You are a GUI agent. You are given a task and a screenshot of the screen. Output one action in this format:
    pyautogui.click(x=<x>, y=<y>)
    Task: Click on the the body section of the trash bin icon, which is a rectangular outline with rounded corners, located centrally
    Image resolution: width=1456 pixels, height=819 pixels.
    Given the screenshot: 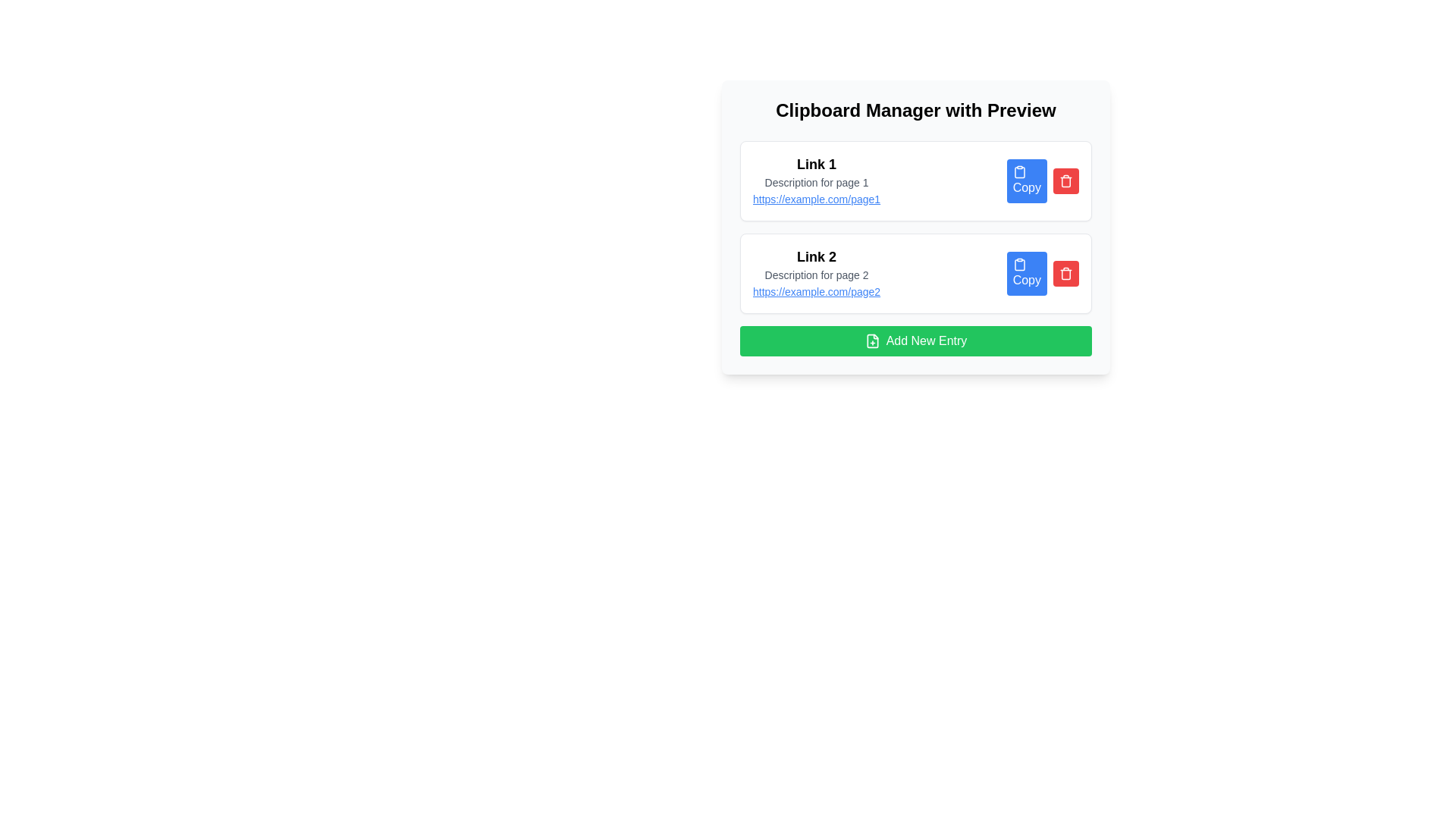 What is the action you would take?
    pyautogui.click(x=1065, y=181)
    